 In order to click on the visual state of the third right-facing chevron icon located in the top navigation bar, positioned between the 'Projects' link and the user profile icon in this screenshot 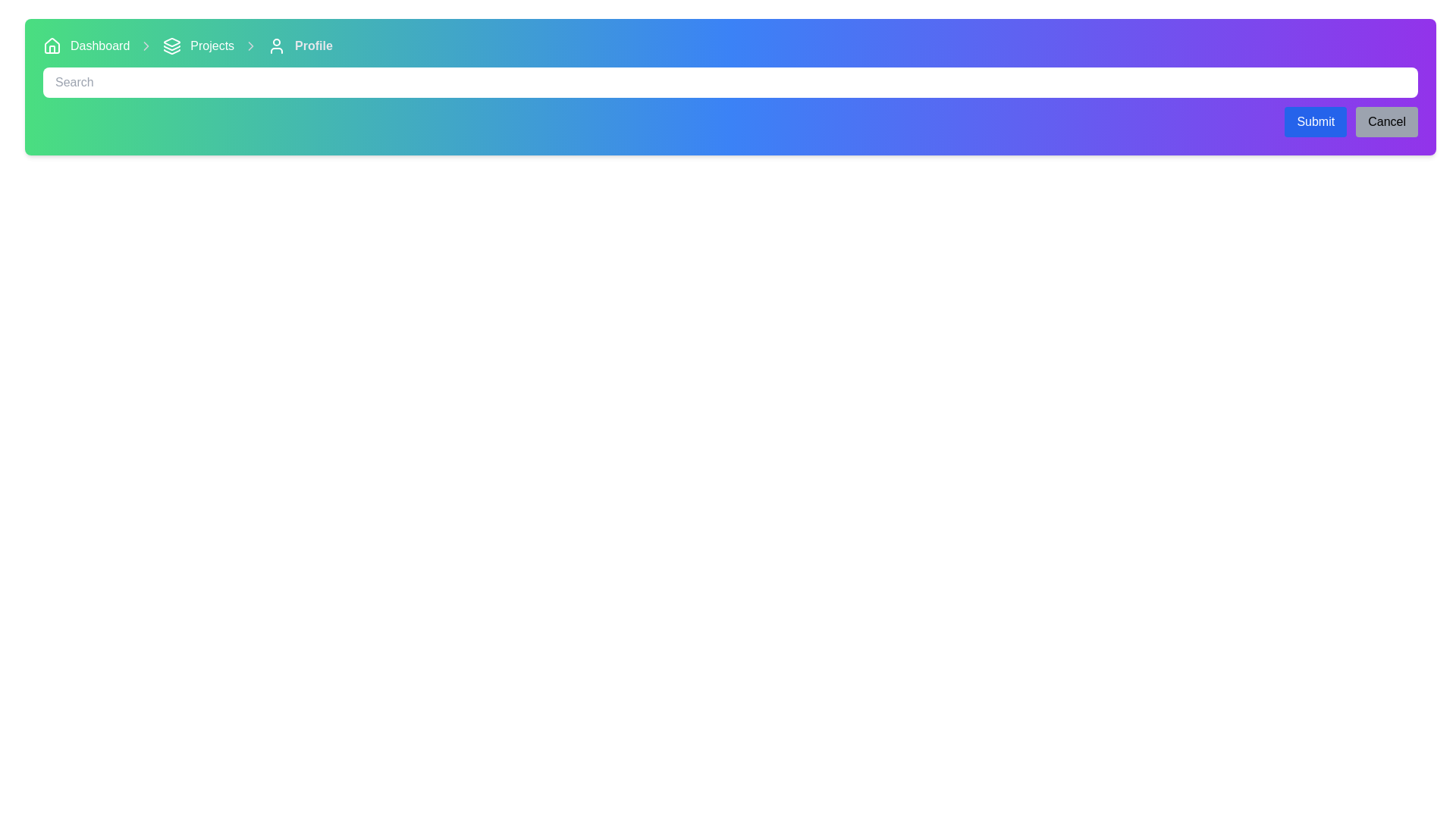, I will do `click(251, 45)`.